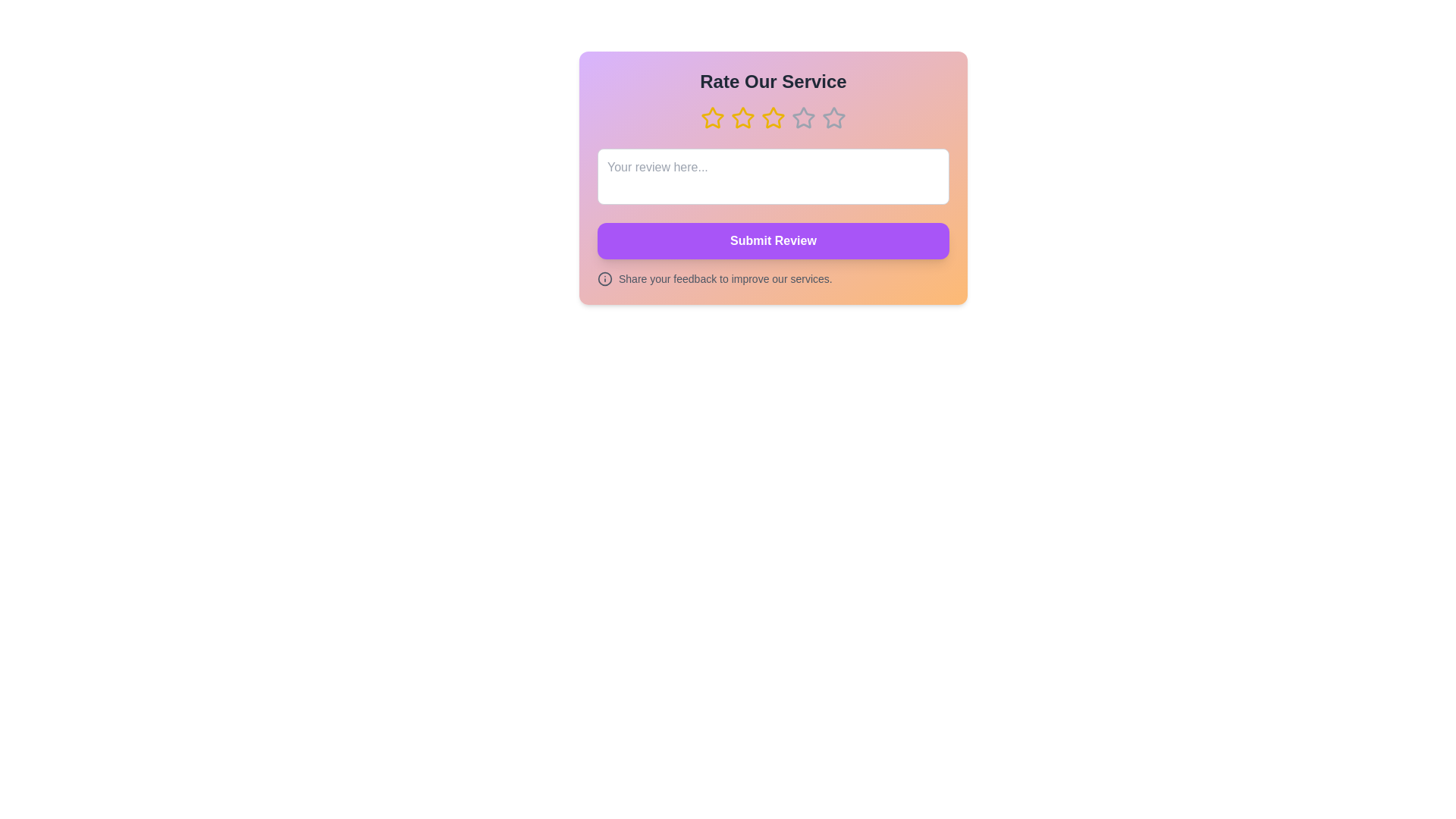  I want to click on the fourth star icon in the five-star rating system for interaction, so click(803, 117).